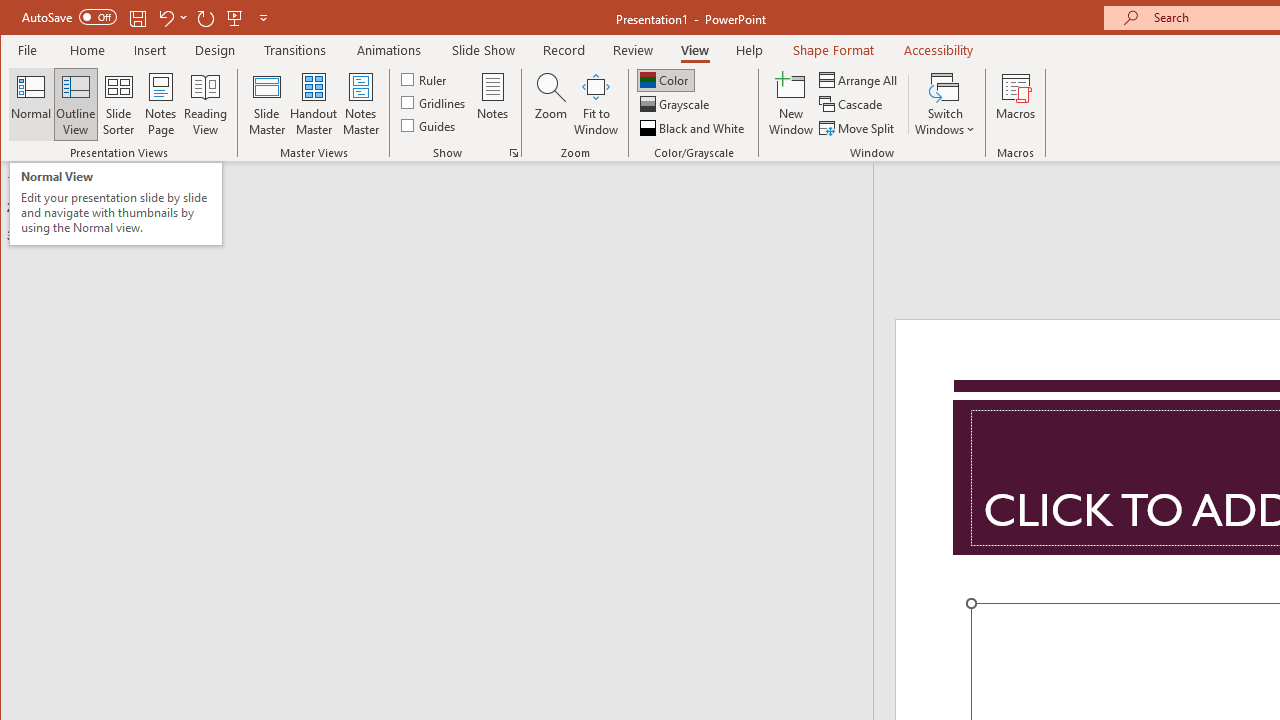 The height and width of the screenshot is (720, 1280). Describe the element at coordinates (666, 79) in the screenshot. I see `'Color'` at that location.